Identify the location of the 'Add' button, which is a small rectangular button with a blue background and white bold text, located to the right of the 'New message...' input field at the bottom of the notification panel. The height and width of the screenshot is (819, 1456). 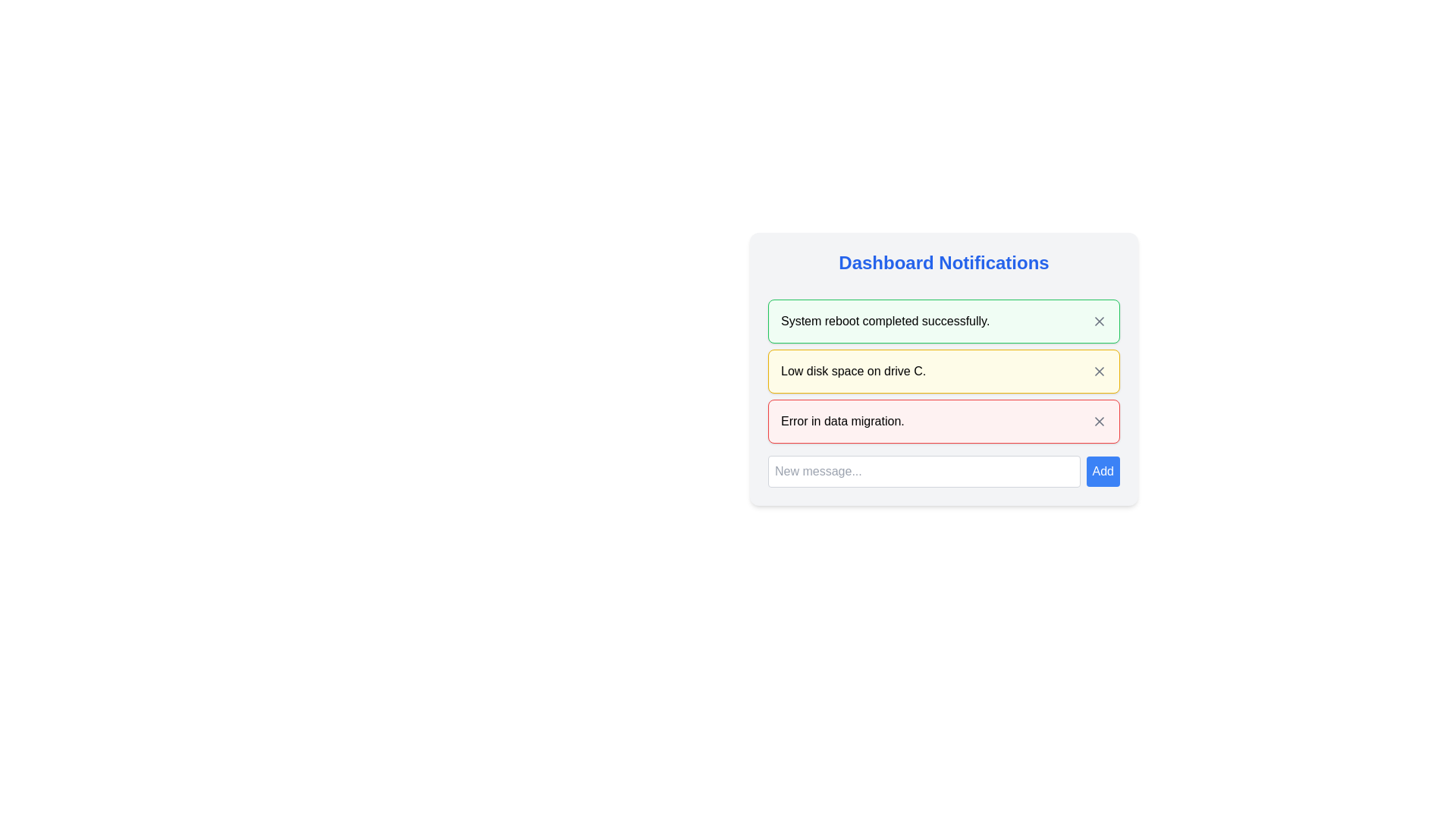
(1103, 470).